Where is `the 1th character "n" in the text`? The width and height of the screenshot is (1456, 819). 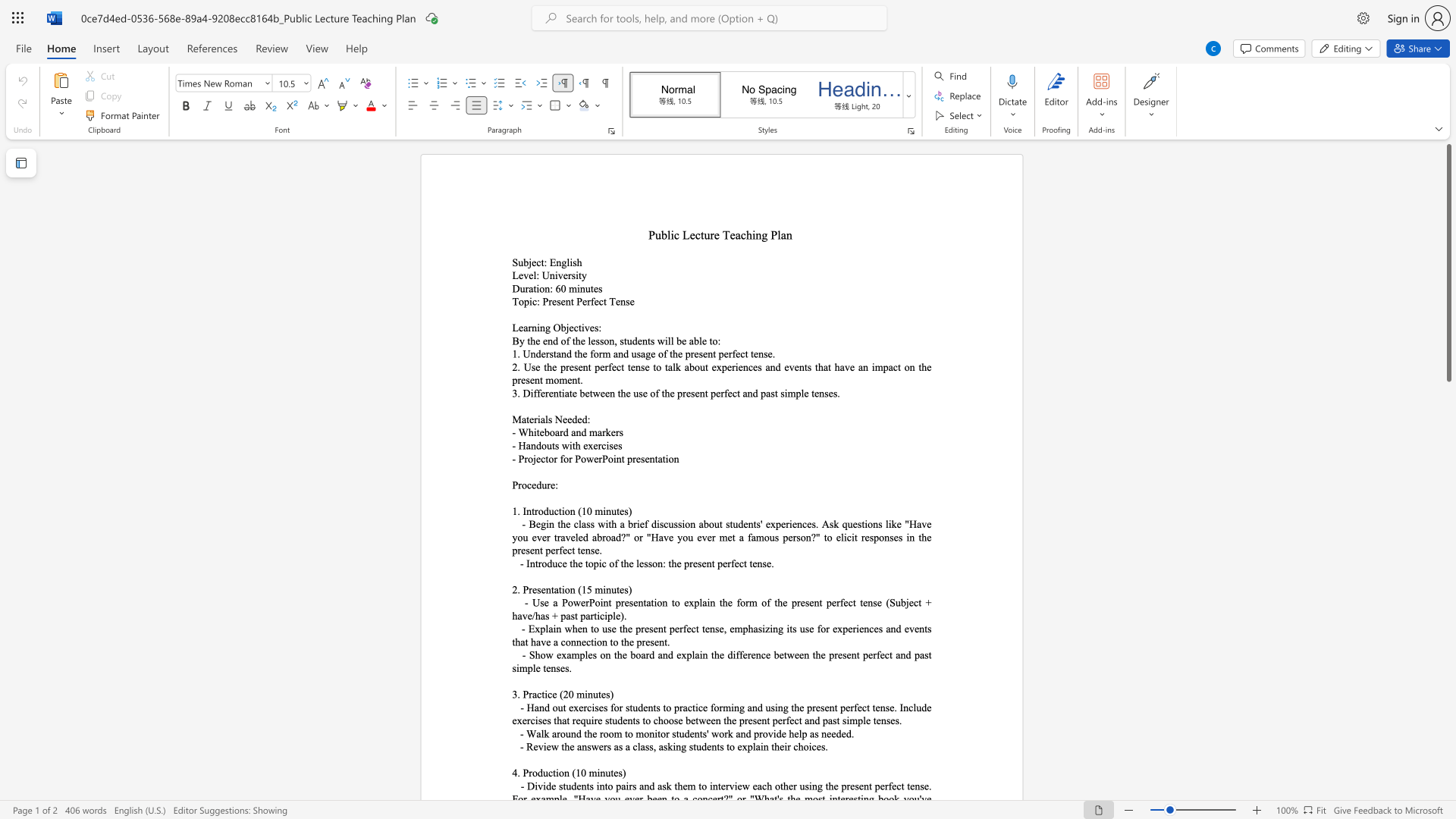 the 1th character "n" in the text is located at coordinates (578, 432).